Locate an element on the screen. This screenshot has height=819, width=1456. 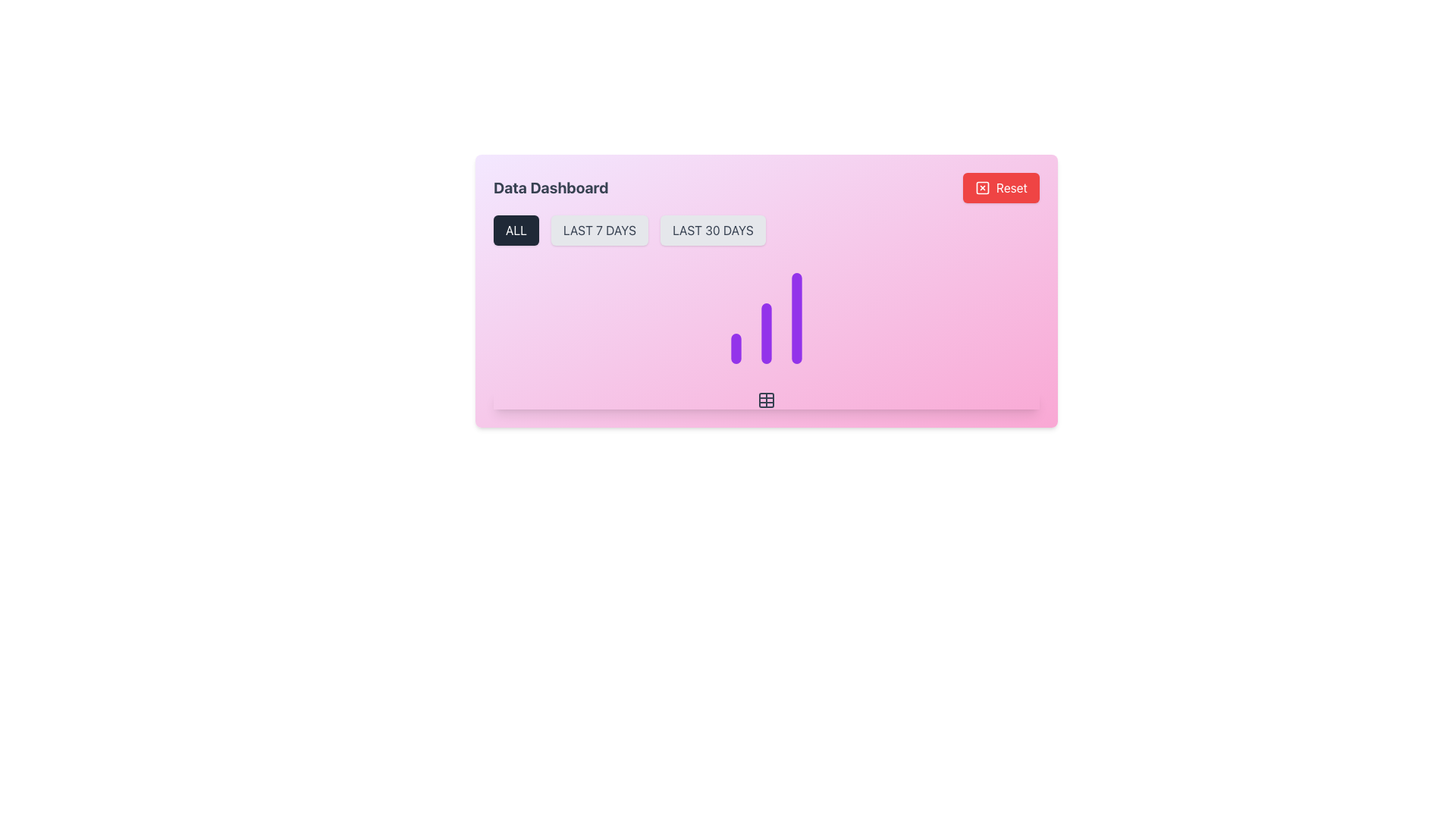
the Bar Chart element, which is a column bar chart located in the middle section of the interface, below the filter buttons labeled 'ALL', 'LAST 7 DAYS', and 'LAST 30 DAYS' is located at coordinates (767, 318).